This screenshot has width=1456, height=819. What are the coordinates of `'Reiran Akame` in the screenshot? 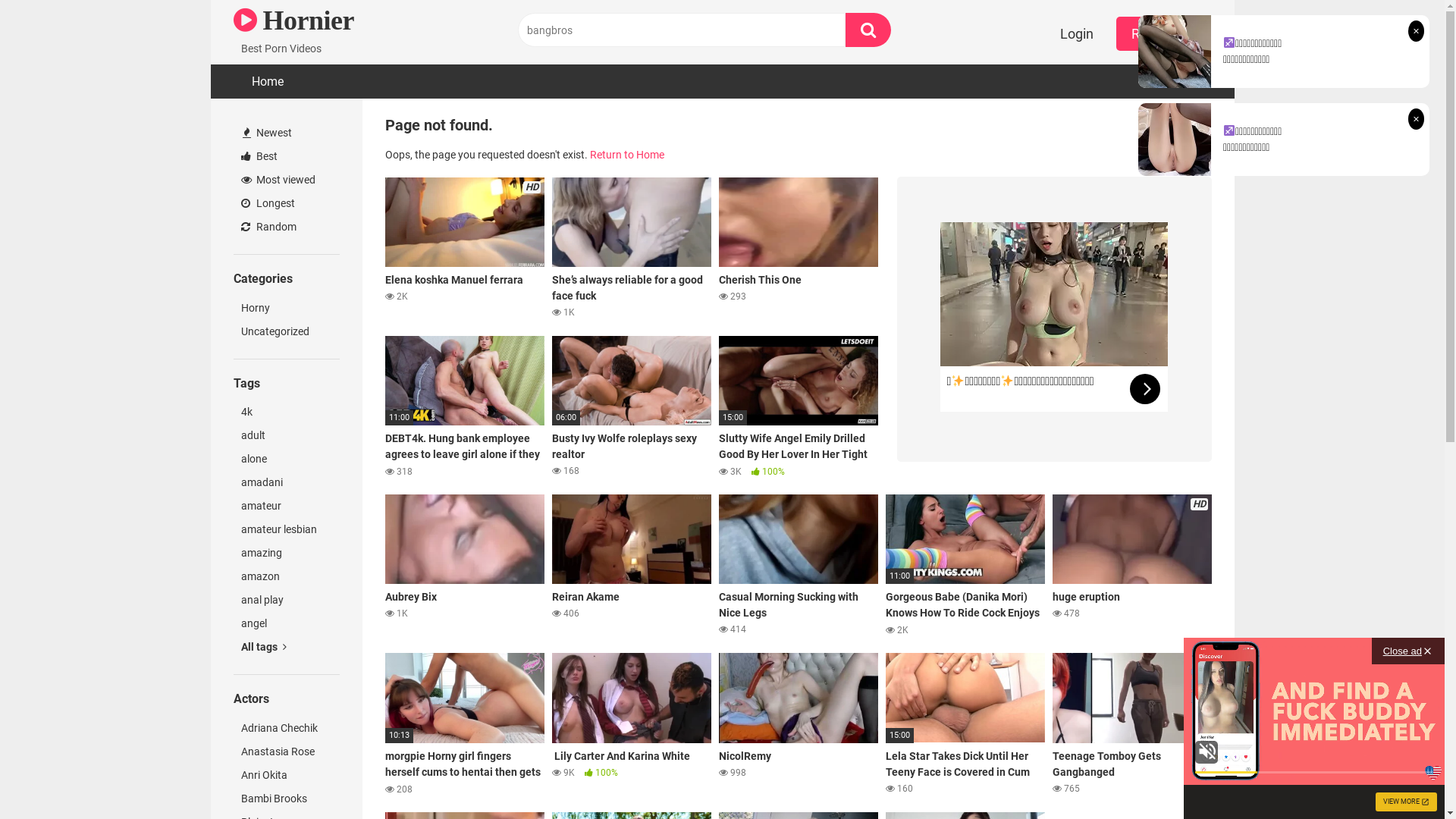 It's located at (632, 565).